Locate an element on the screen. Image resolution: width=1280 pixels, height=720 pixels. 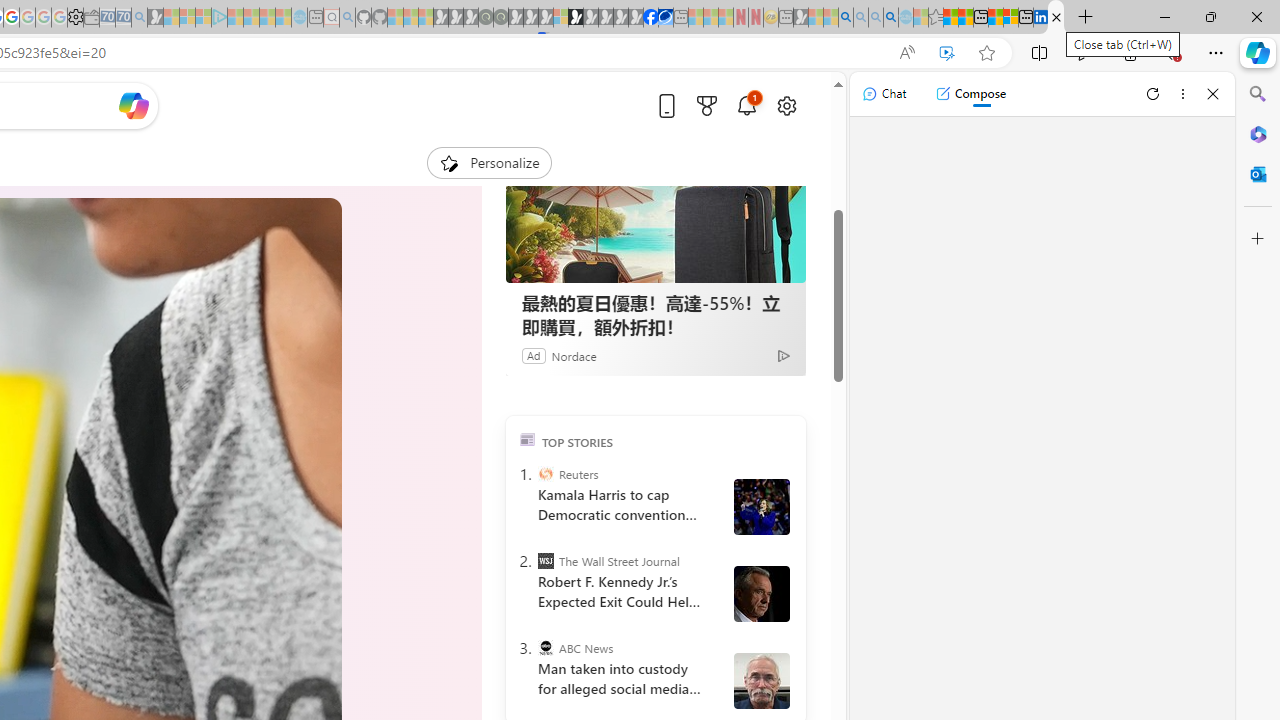
'The Wall Street Journal' is located at coordinates (545, 560).